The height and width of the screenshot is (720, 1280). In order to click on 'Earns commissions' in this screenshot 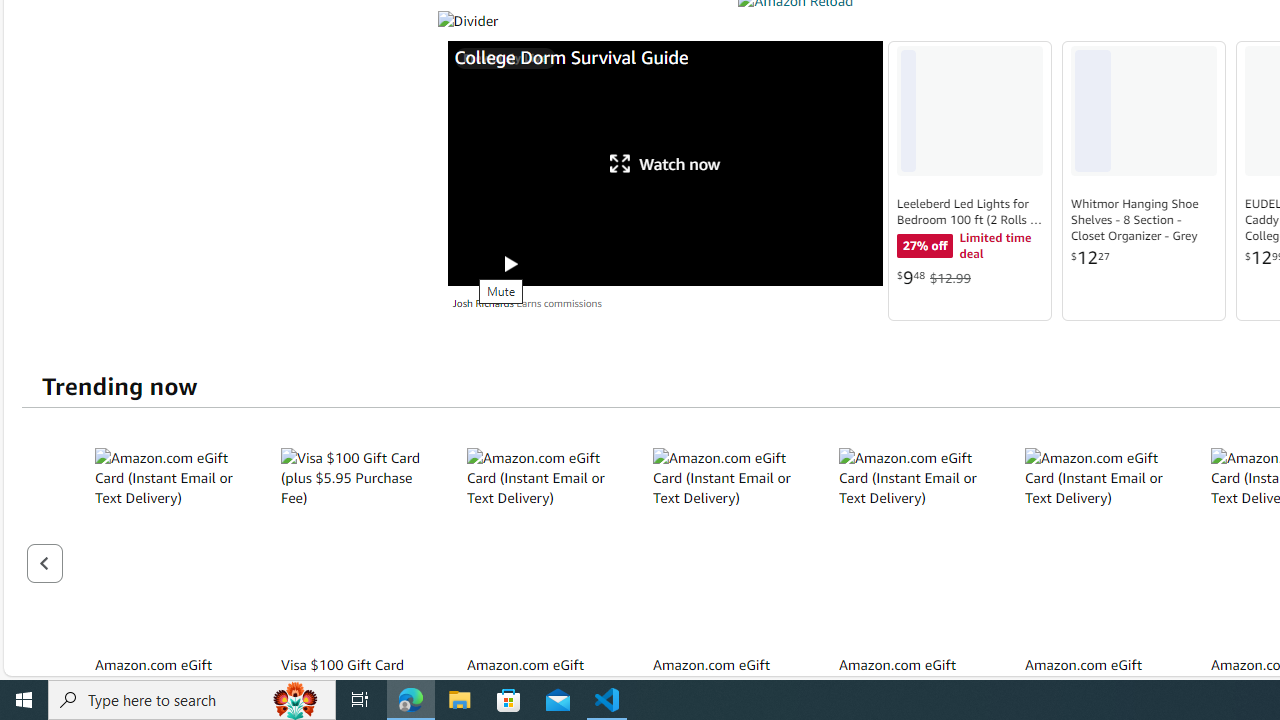, I will do `click(558, 303)`.